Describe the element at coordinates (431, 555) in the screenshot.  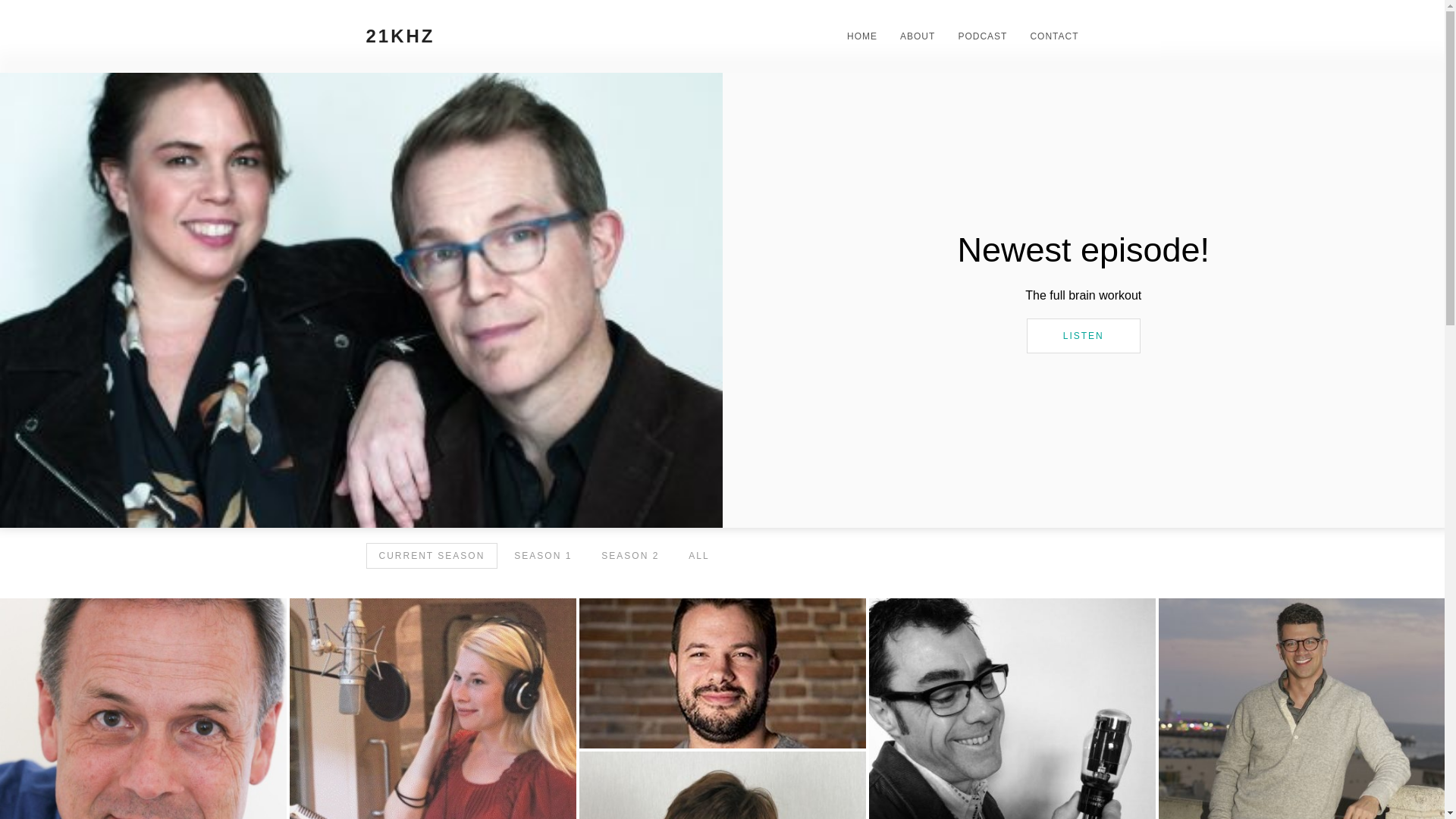
I see `'CURRENT SEASON'` at that location.